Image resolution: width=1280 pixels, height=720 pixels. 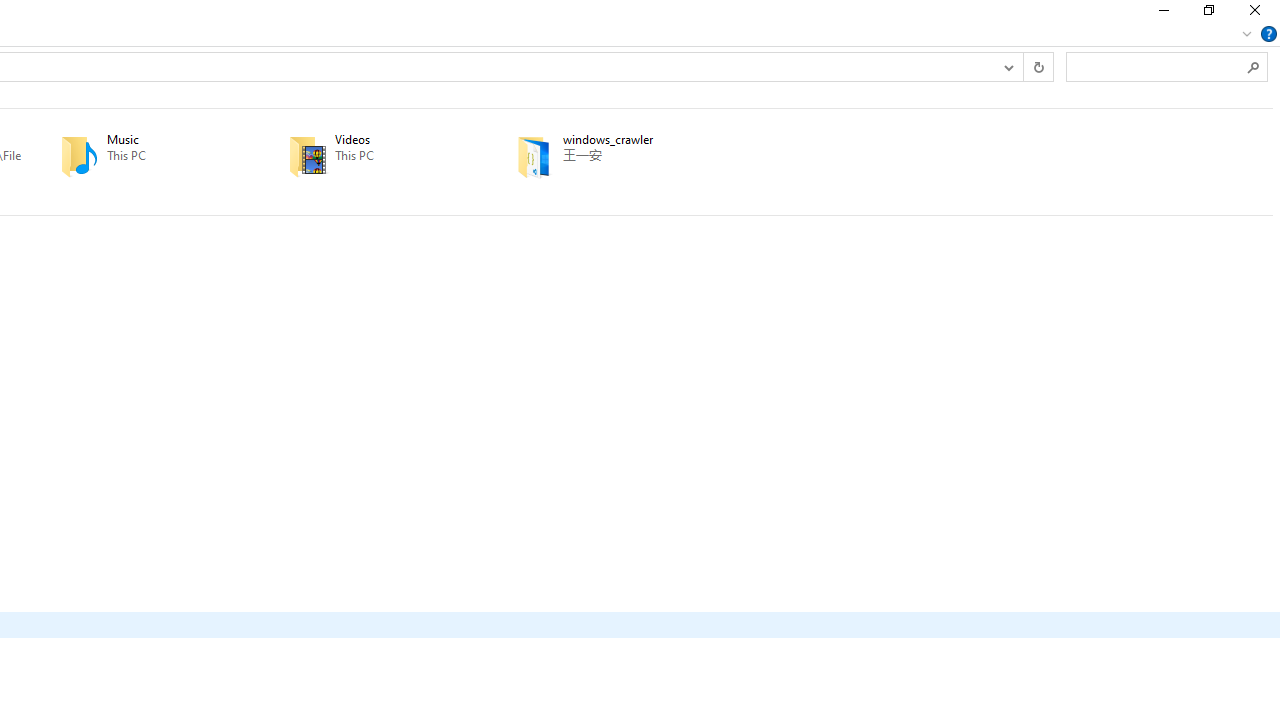 I want to click on 'Restore', so click(x=1207, y=15).